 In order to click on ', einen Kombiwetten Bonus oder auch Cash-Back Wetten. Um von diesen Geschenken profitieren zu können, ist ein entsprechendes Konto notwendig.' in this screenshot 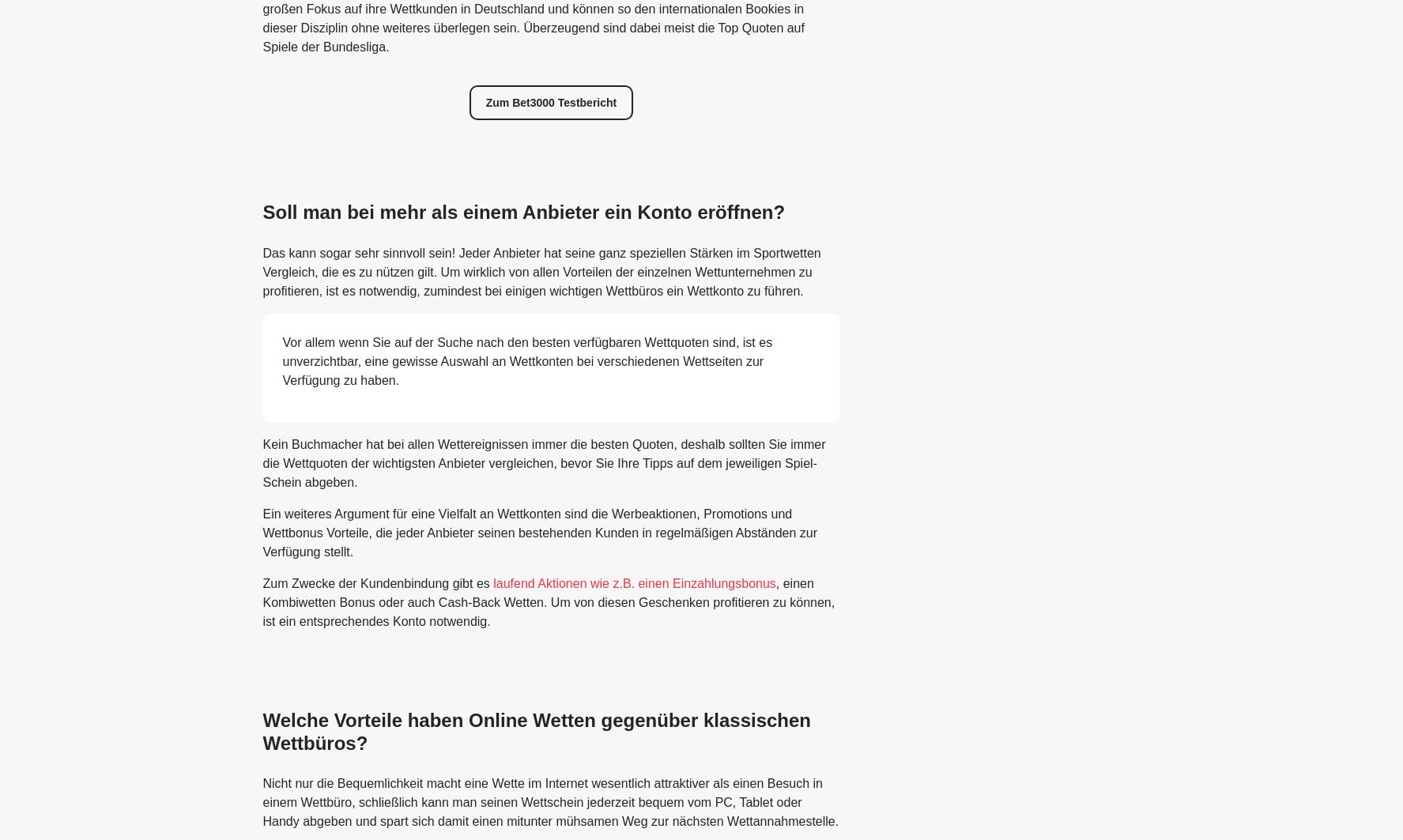, I will do `click(548, 601)`.